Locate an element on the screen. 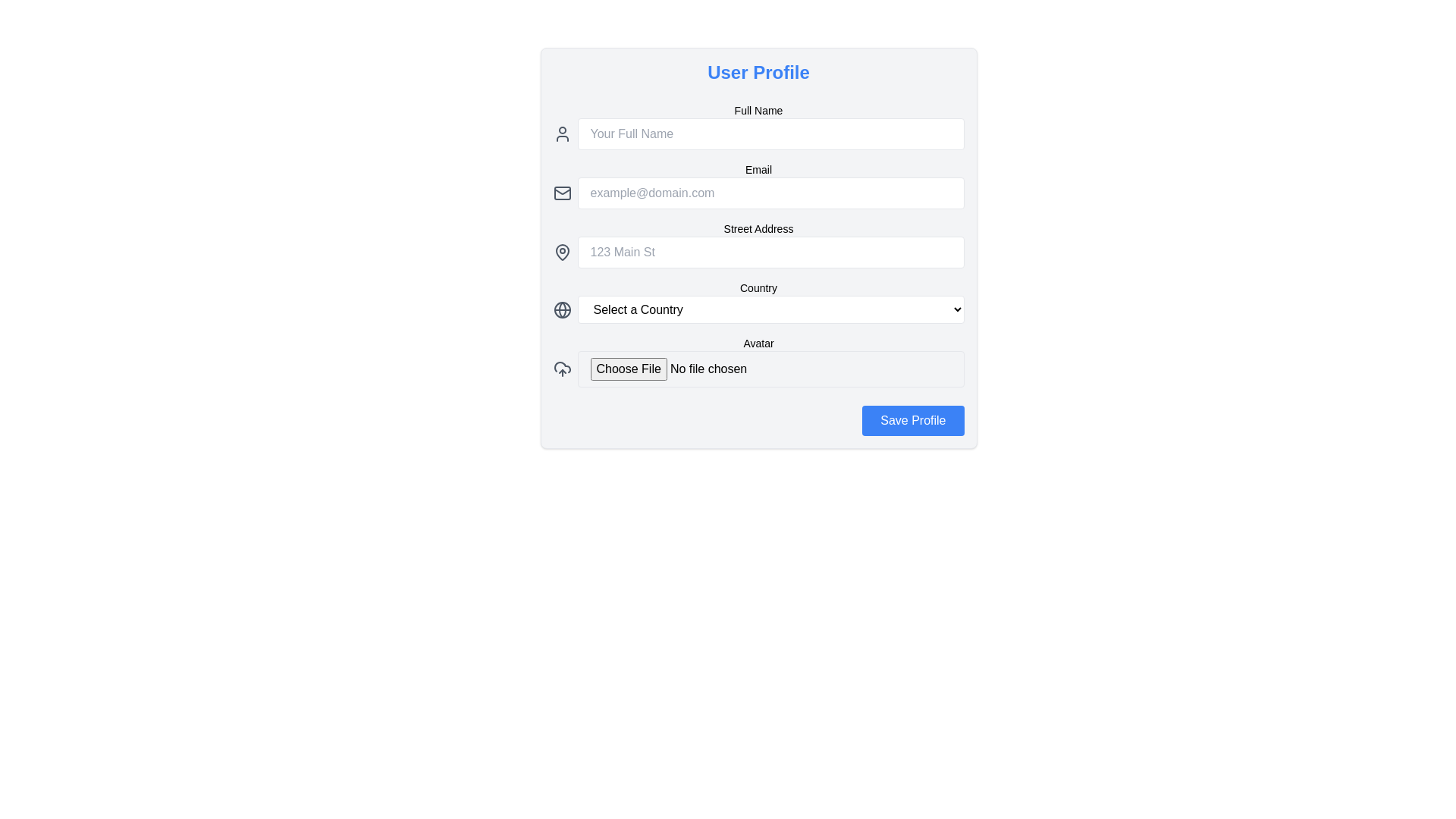  the central circular SVG element within the globe icon next to the 'Country' selection dropdown in the 'User Profile' form is located at coordinates (561, 309).